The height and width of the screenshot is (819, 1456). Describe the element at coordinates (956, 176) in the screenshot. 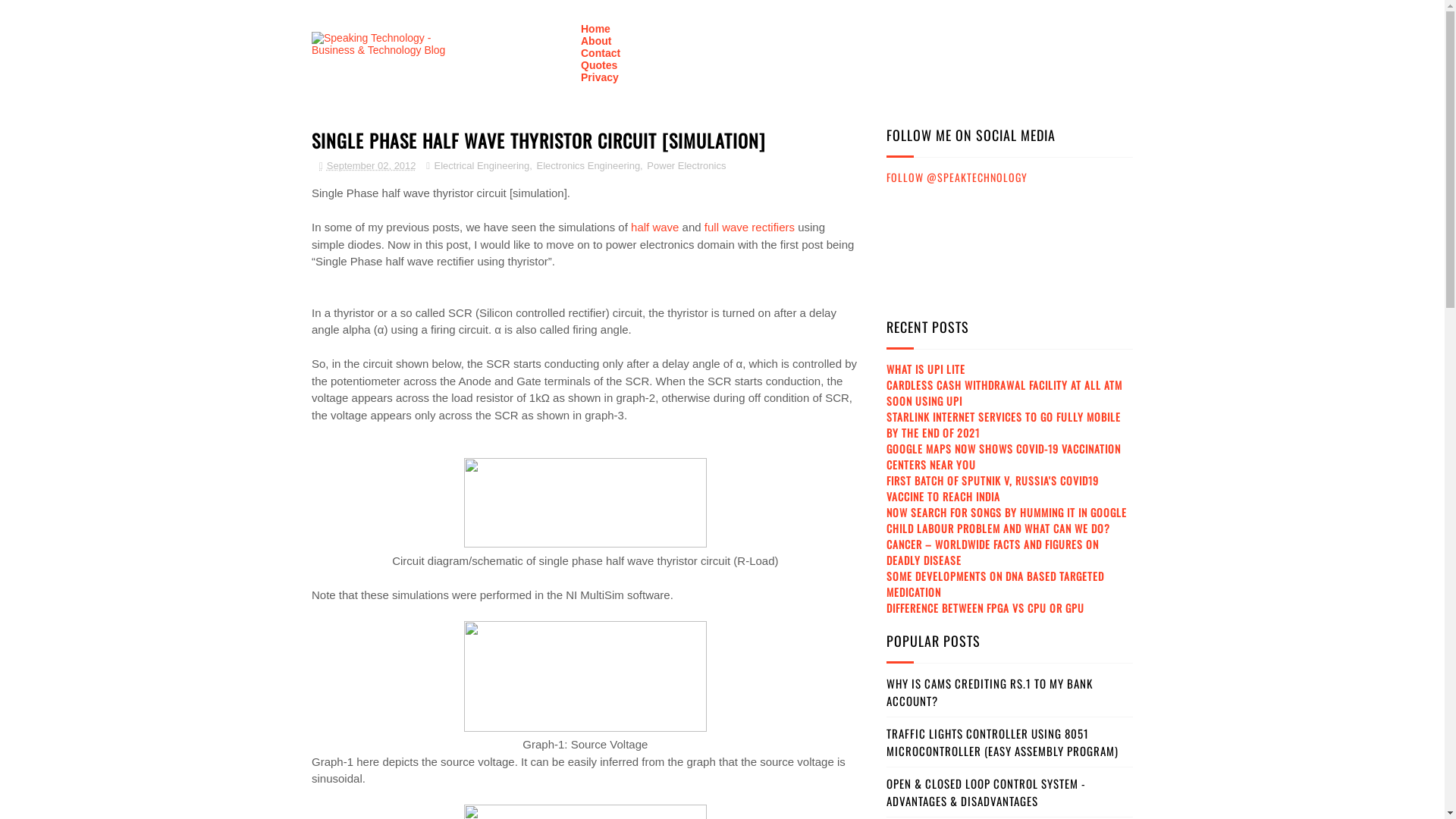

I see `'FOLLOW @SPEAKTECHNOLOGY'` at that location.